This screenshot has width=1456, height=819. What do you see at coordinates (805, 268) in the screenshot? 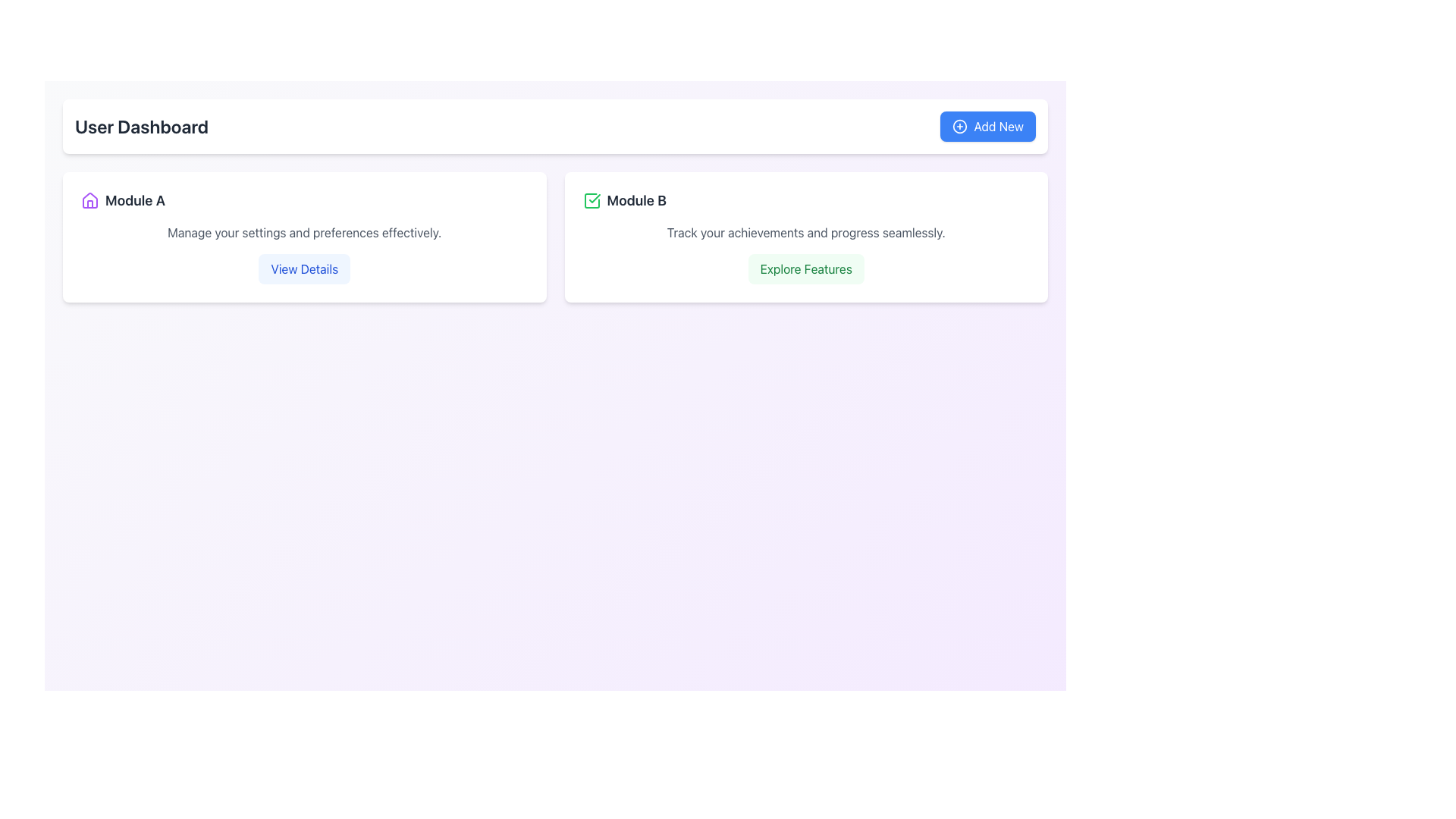
I see `the 'Explore Features' button, which is a green rectangular button with rounded corners located at the bottom-right corner of 'Module B', beneath the text 'Track your achievements and progress seamlessly'` at bounding box center [805, 268].